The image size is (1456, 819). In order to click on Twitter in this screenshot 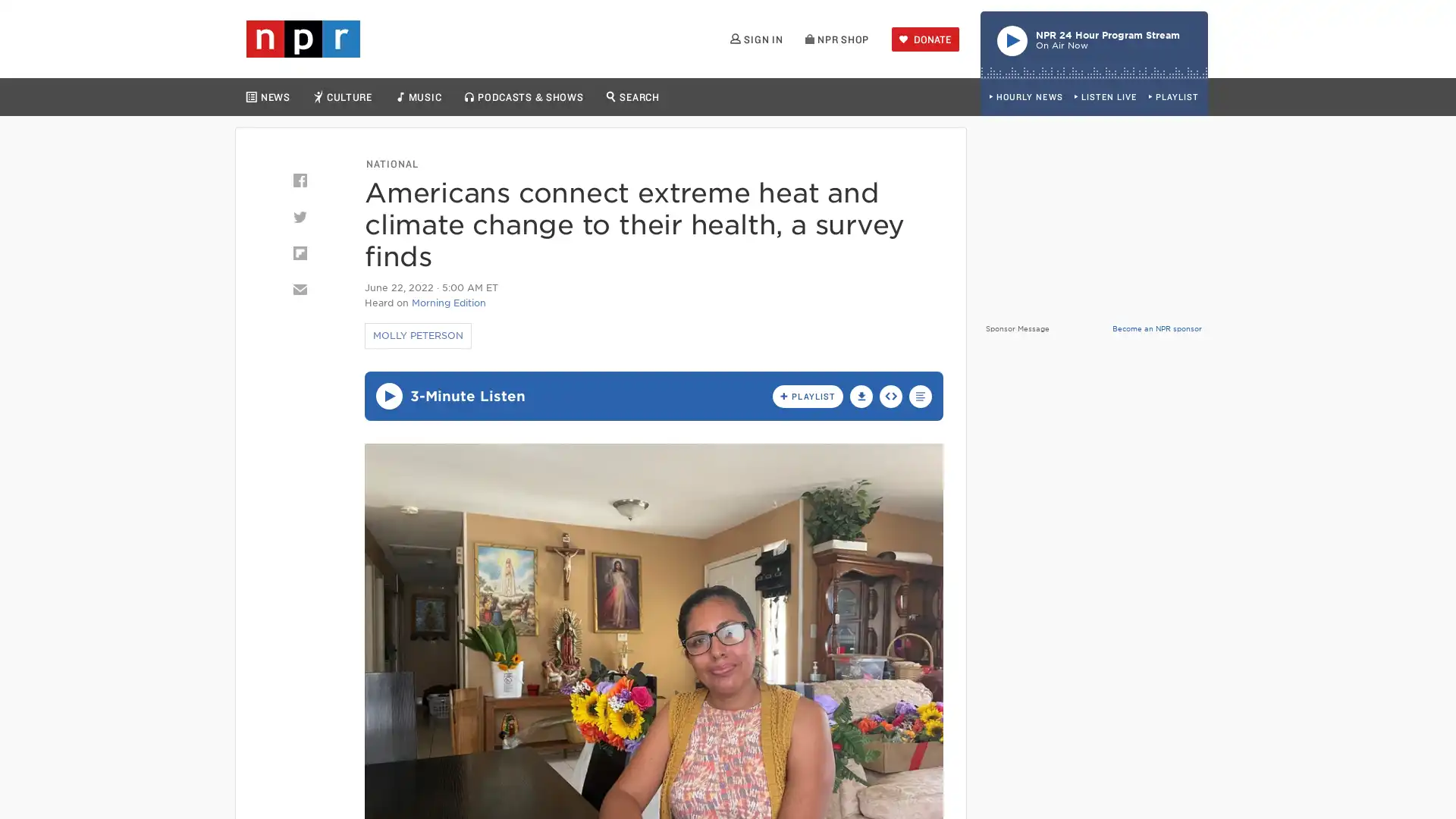, I will do `click(299, 216)`.